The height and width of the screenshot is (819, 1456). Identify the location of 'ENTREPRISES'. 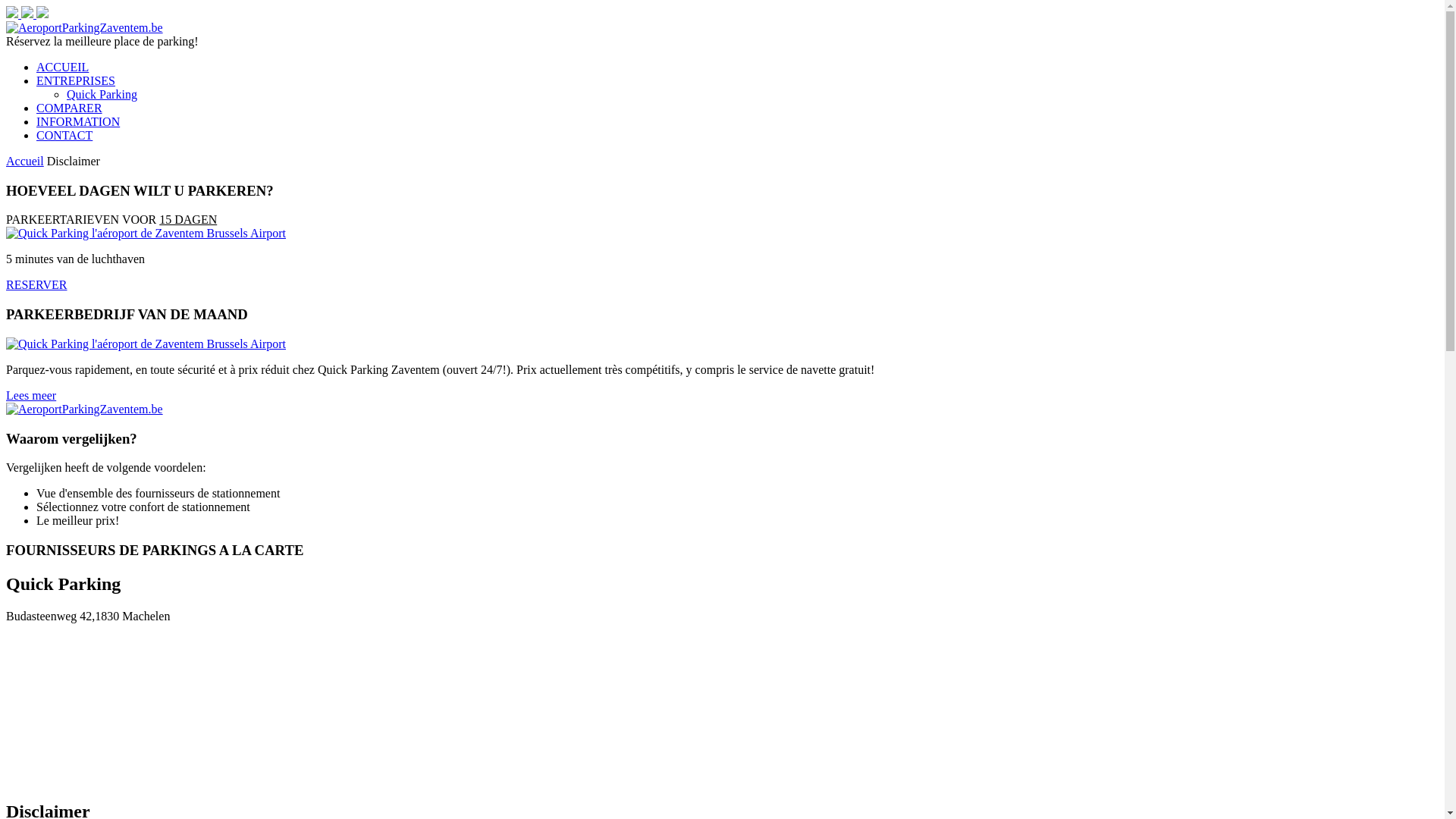
(75, 80).